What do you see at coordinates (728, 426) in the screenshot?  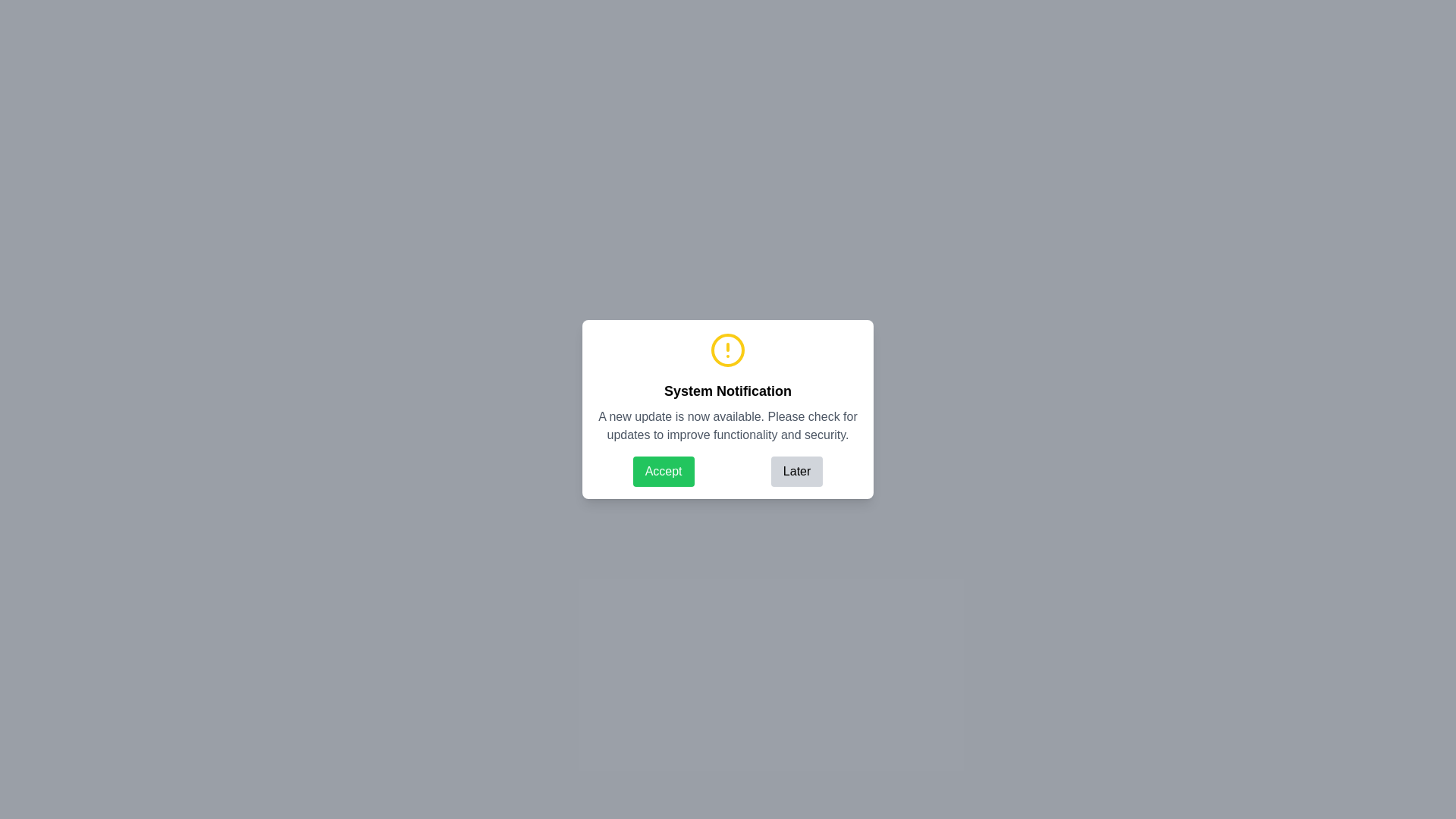 I see `the Text Label displaying the message 'A new update is now available. Please check for updates to improve functionality and security.' located in the notification dialog below the header 'System Notification.'` at bounding box center [728, 426].